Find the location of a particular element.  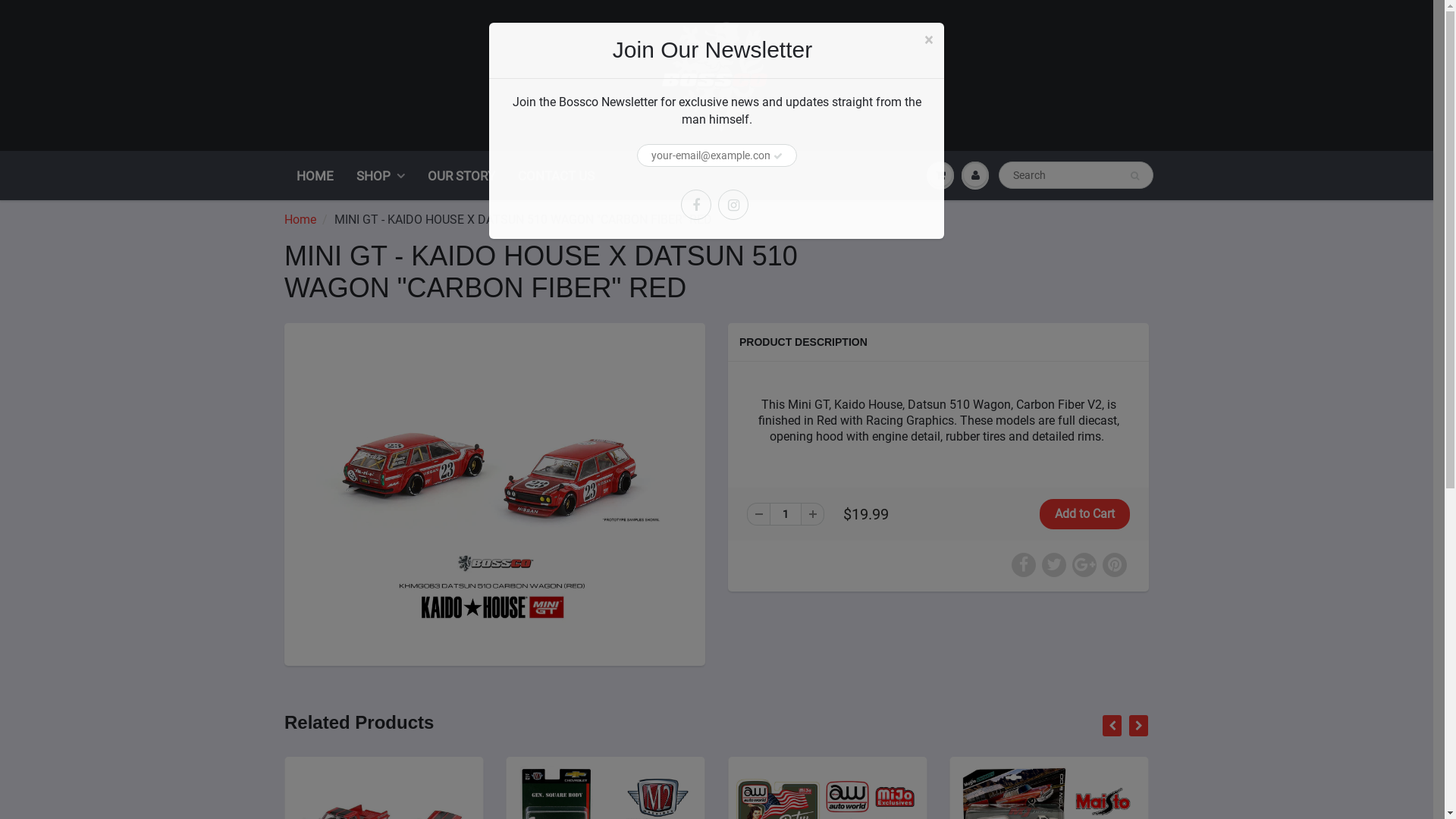

'Home' is located at coordinates (284, 219).